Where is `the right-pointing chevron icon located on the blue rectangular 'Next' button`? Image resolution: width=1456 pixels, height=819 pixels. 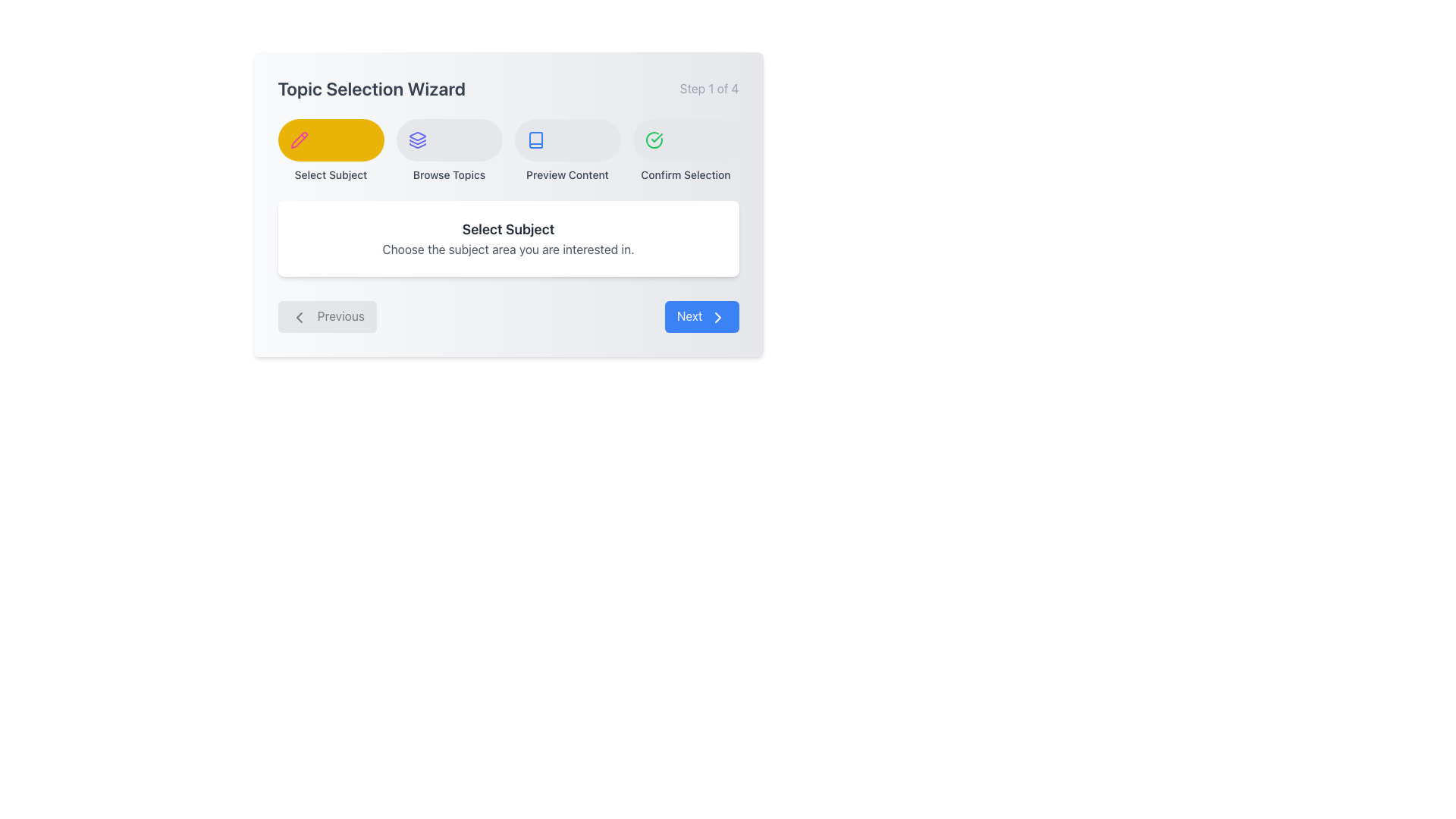
the right-pointing chevron icon located on the blue rectangular 'Next' button is located at coordinates (717, 316).